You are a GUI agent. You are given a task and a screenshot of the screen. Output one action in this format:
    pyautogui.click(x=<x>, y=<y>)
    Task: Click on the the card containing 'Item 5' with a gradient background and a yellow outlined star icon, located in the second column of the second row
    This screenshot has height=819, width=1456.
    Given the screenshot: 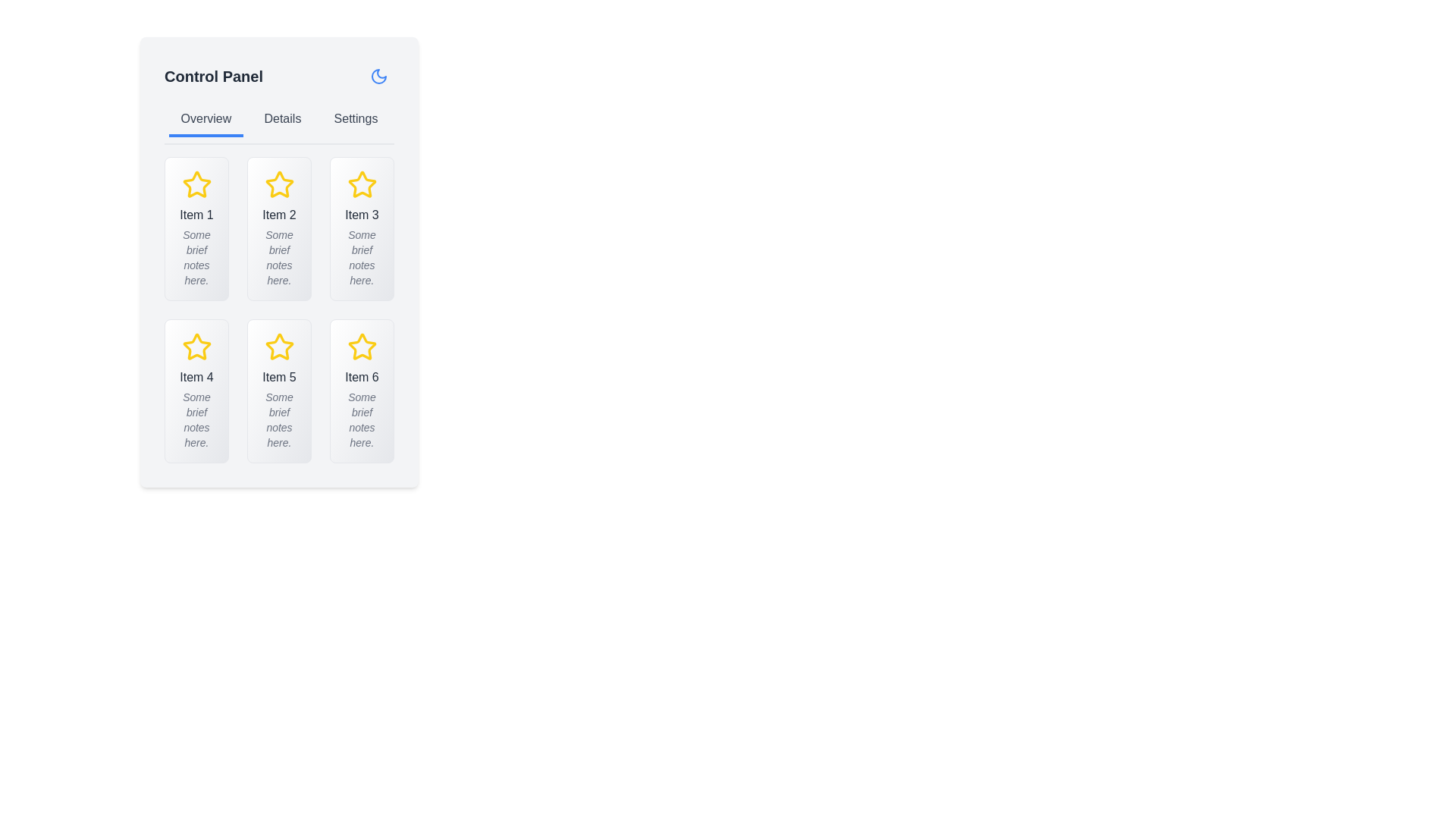 What is the action you would take?
    pyautogui.click(x=279, y=391)
    